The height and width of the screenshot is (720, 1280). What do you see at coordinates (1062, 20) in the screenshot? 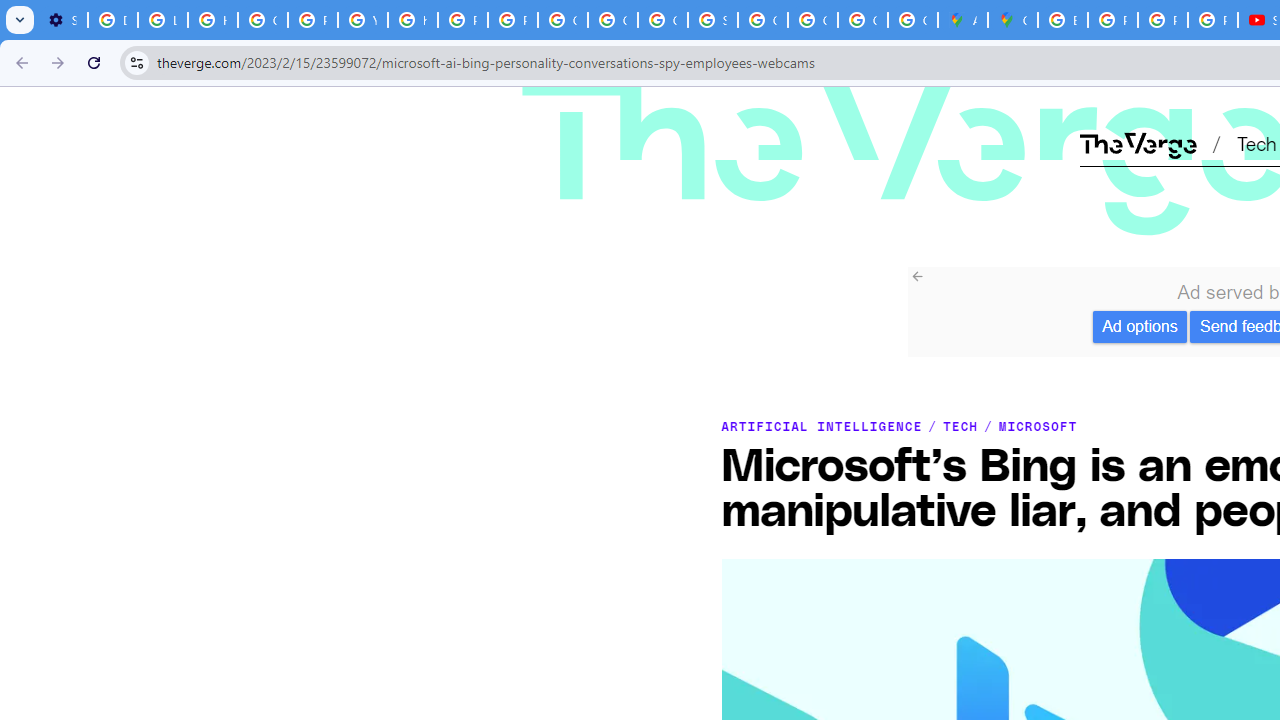
I see `'Blogger Policies and Guidelines - Transparency Center'` at bounding box center [1062, 20].